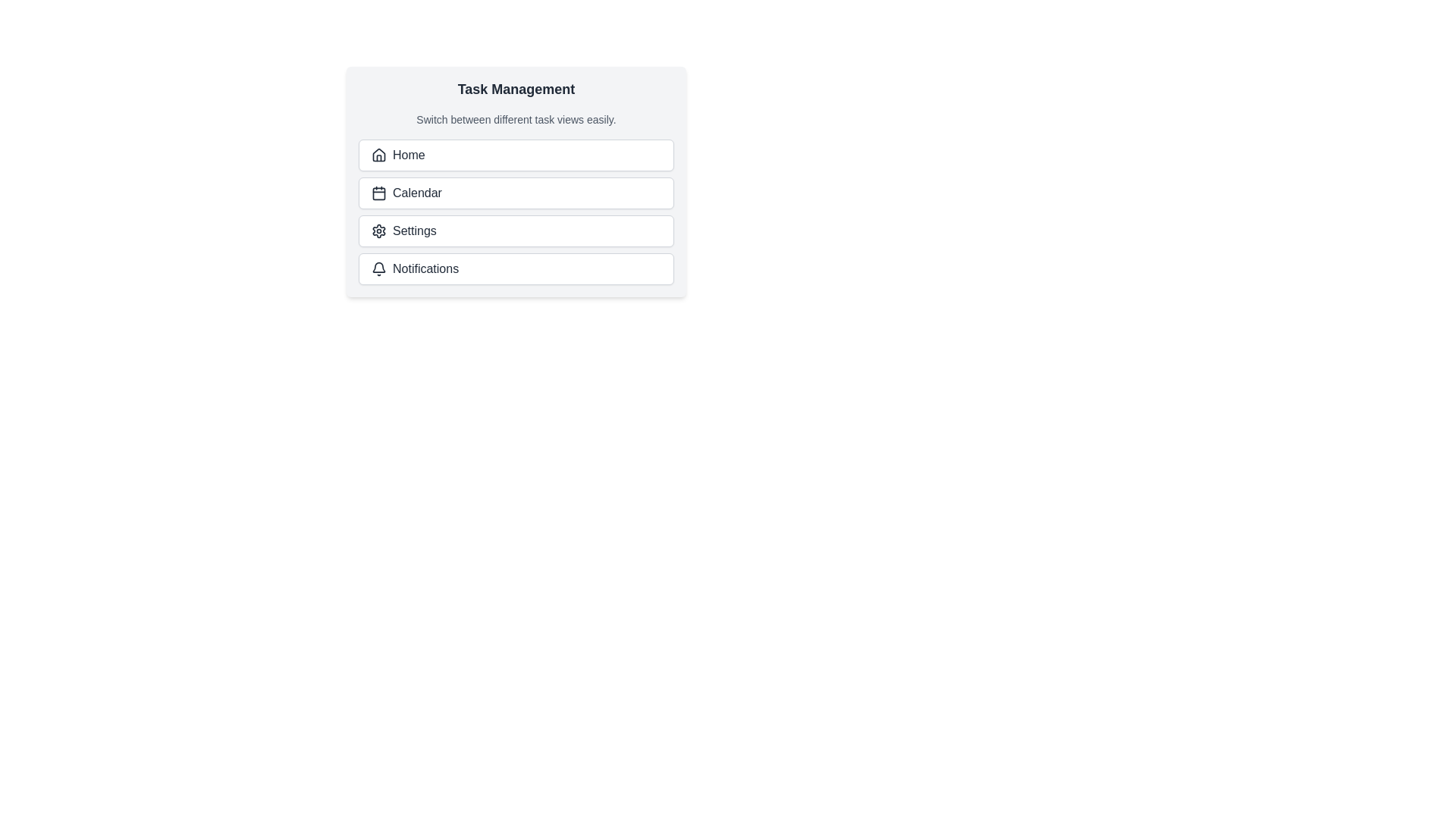 The image size is (1456, 819). What do you see at coordinates (516, 119) in the screenshot?
I see `the supplementary information text located directly below the 'Task Management' title and above the navigation options` at bounding box center [516, 119].